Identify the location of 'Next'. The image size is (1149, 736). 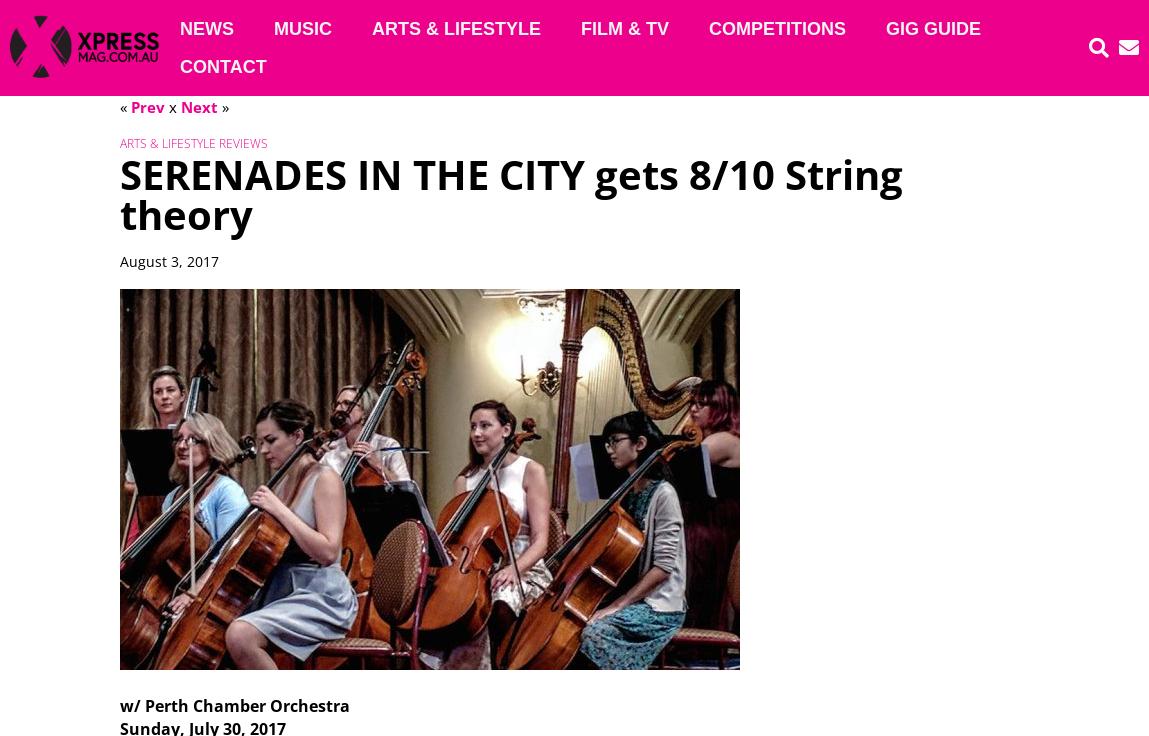
(197, 106).